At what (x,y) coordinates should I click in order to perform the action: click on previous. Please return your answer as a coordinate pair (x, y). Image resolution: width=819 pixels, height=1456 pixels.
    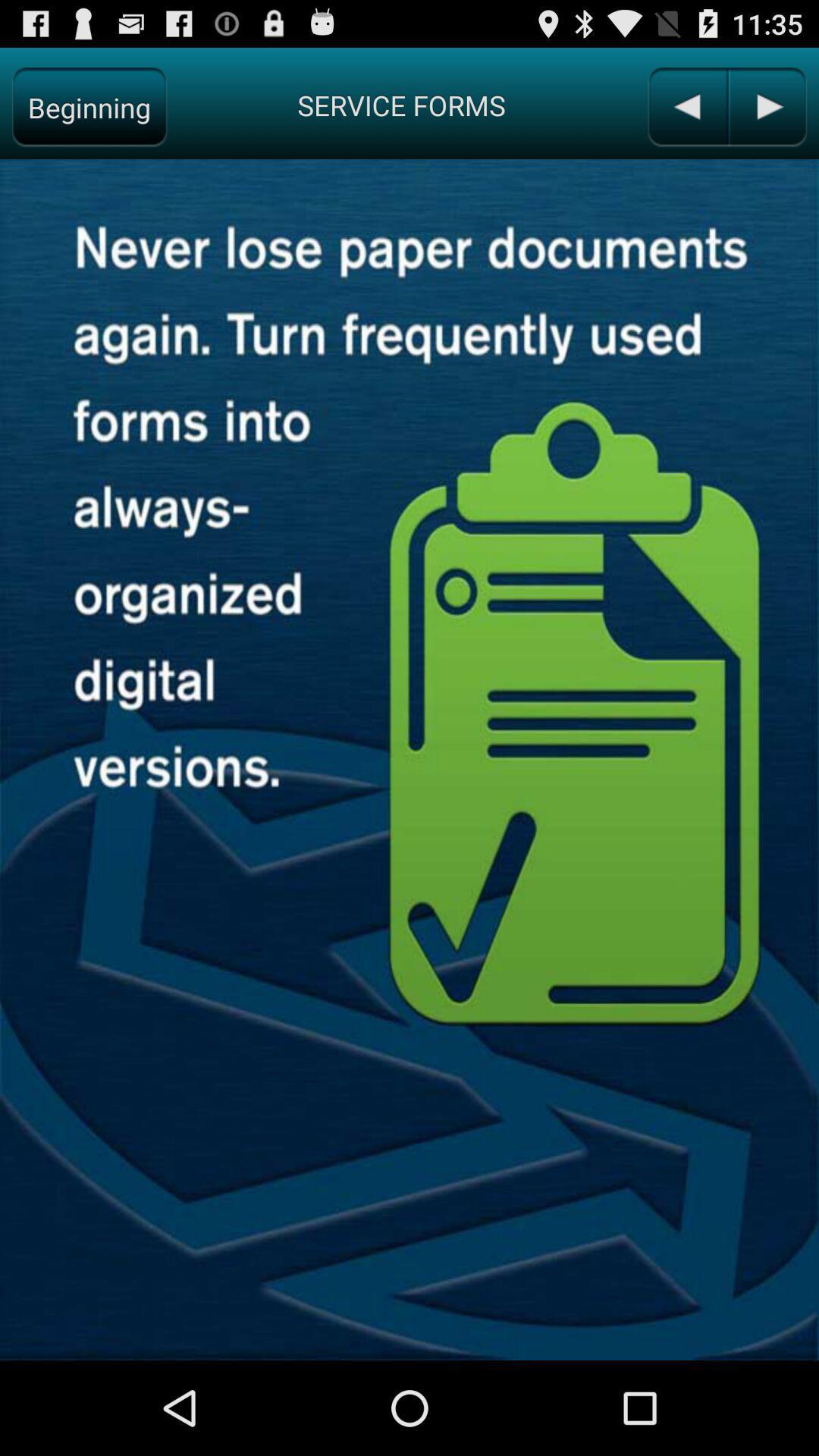
    Looking at the image, I should click on (687, 106).